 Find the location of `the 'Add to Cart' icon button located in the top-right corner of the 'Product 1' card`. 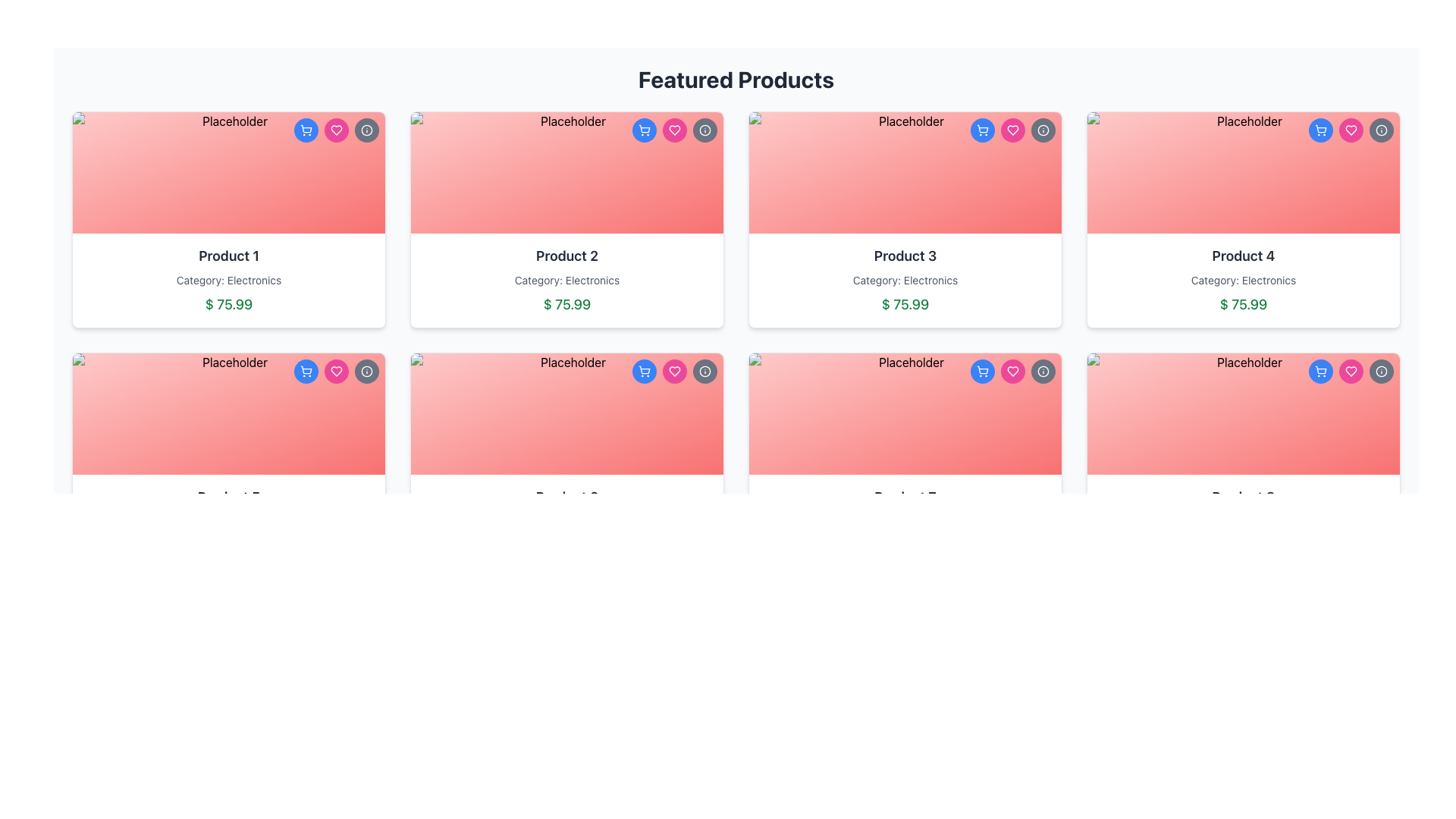

the 'Add to Cart' icon button located in the top-right corner of the 'Product 1' card is located at coordinates (305, 130).